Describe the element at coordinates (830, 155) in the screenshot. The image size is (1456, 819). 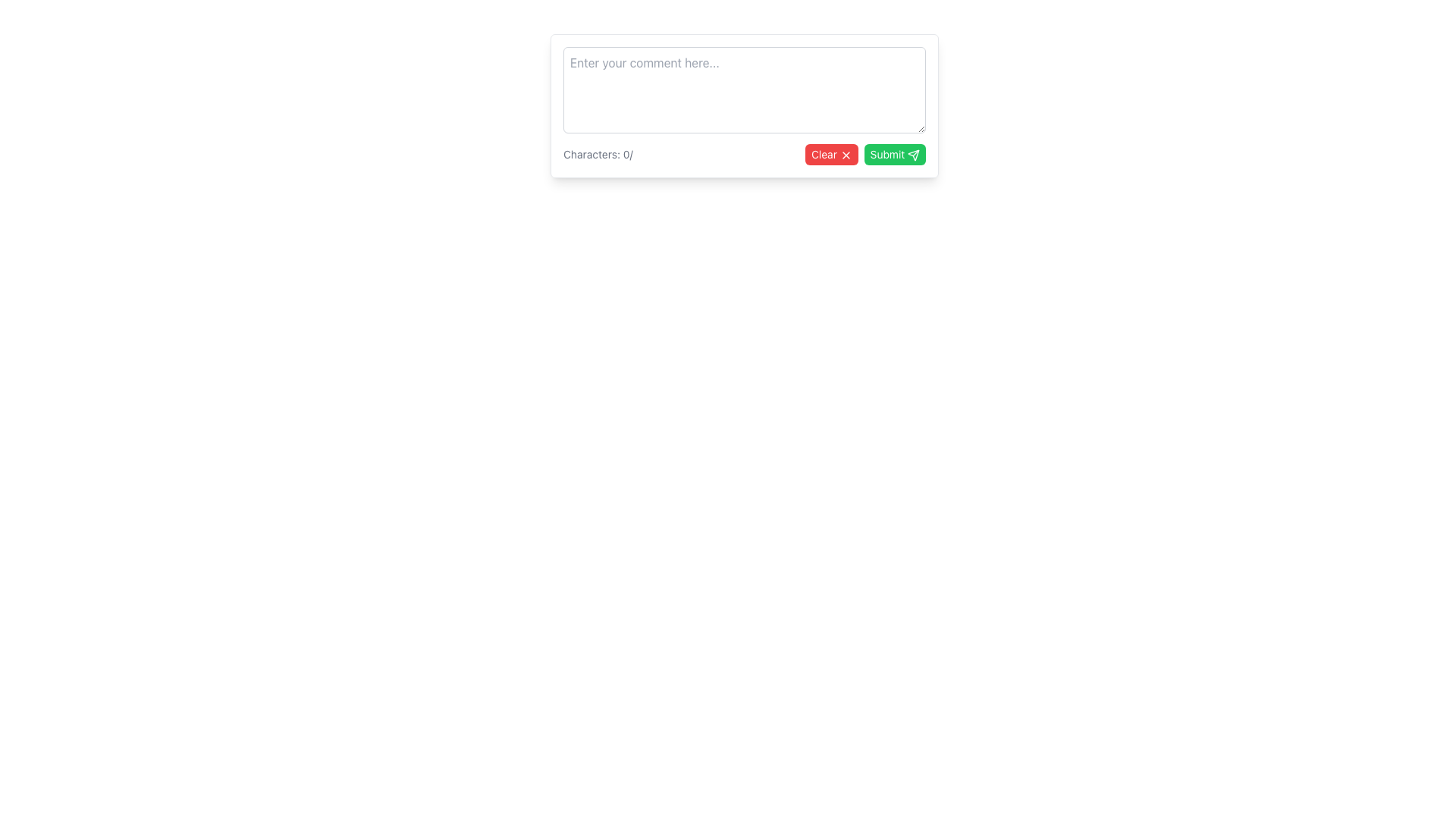
I see `the 'Clear' button with a red background and white text labeled 'Clear' to clear content` at that location.